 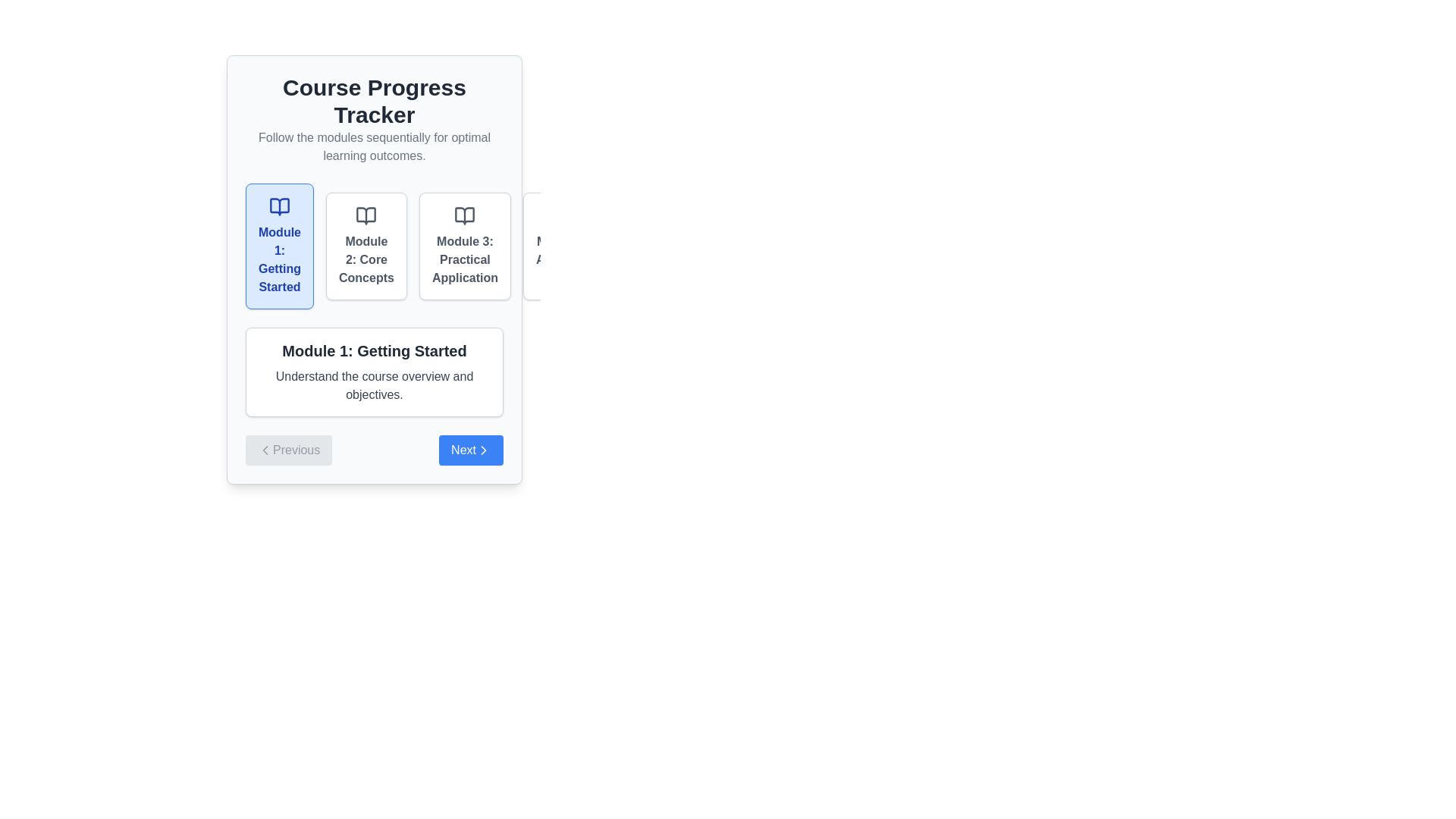 What do you see at coordinates (375, 350) in the screenshot?
I see `the text heading that says 'Module 1: Getting Started', which is displayed in bold and larger font size, styled in dark gray on a white background, positioned at the top center of its card` at bounding box center [375, 350].